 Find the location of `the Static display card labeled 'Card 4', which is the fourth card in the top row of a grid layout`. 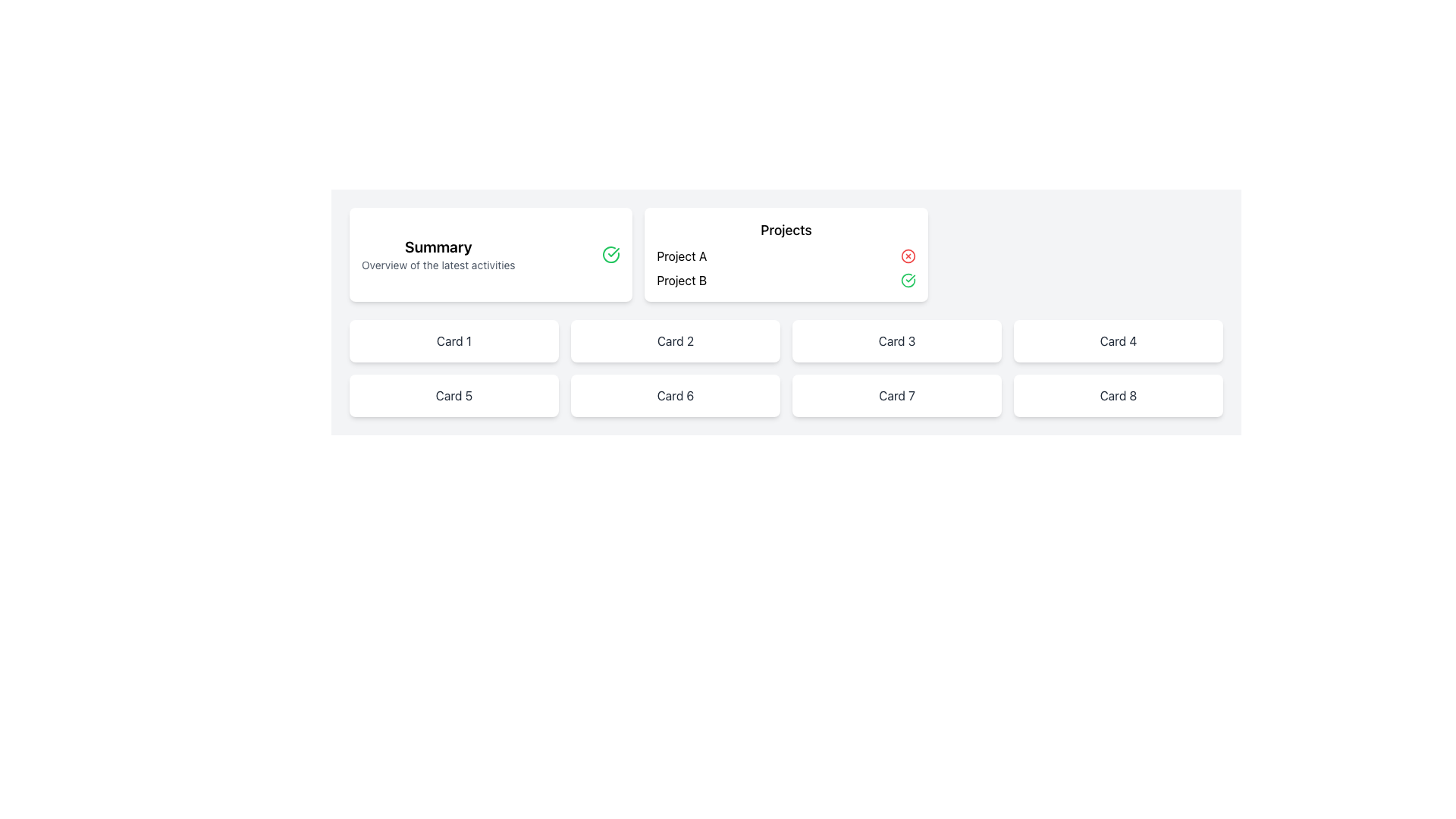

the Static display card labeled 'Card 4', which is the fourth card in the top row of a grid layout is located at coordinates (1118, 341).